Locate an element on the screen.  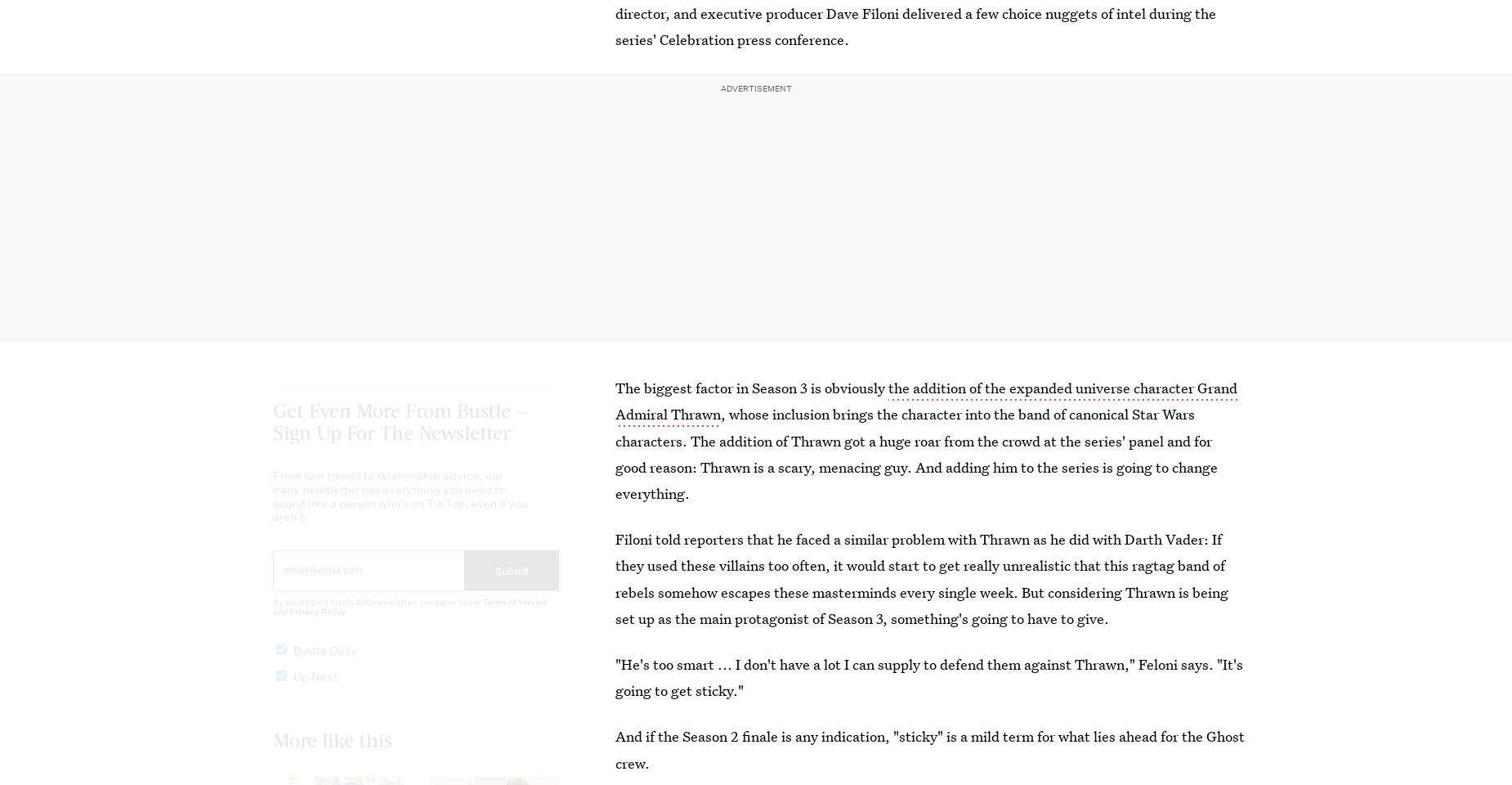
'the addition of the expanded universe character Grand Admiral Thrawn' is located at coordinates (925, 400).